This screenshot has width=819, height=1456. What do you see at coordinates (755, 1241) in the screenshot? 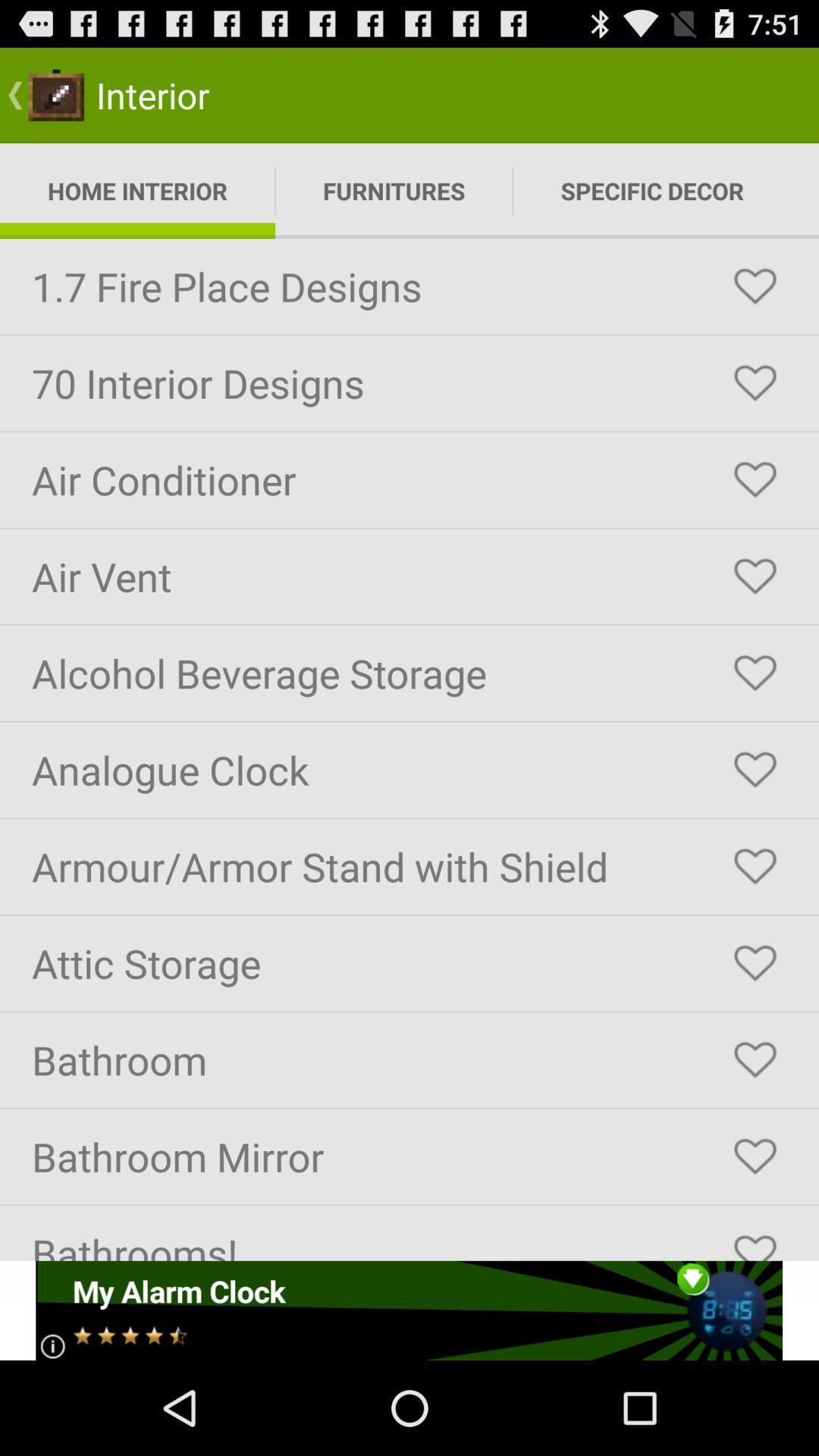
I see `this item` at bounding box center [755, 1241].